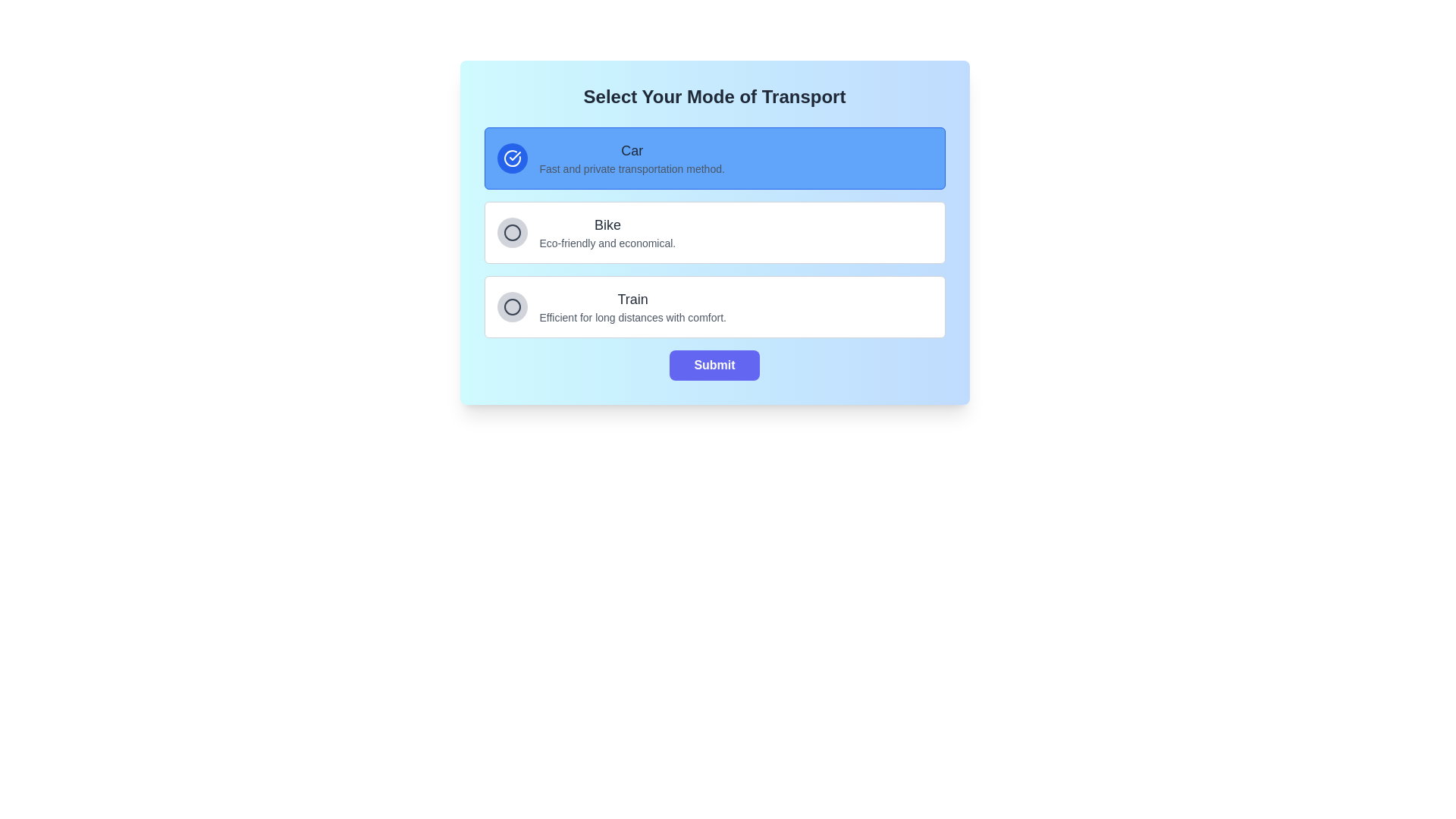 The height and width of the screenshot is (819, 1456). Describe the element at coordinates (512, 307) in the screenshot. I see `the radio button` at that location.